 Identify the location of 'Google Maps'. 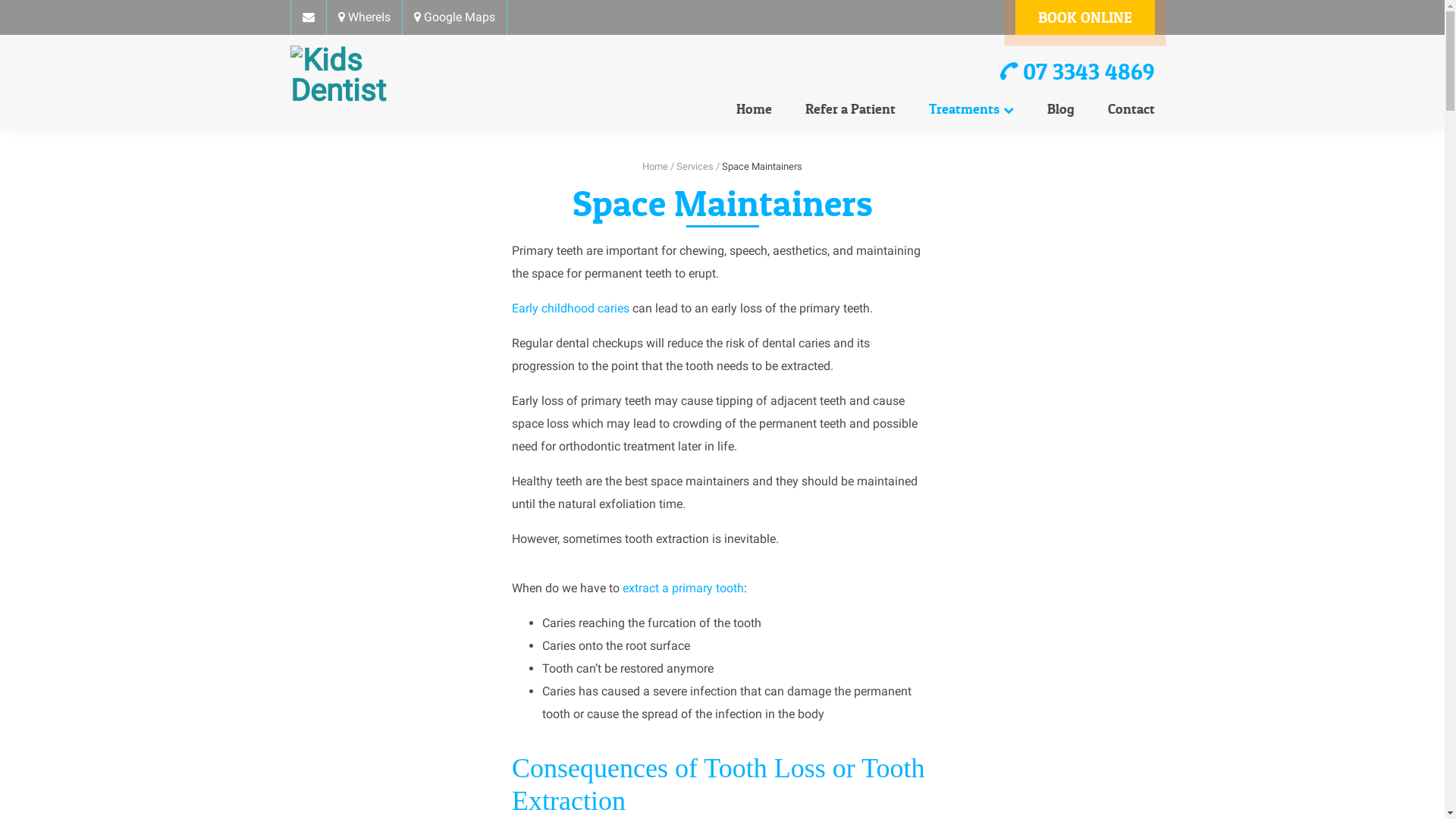
(401, 17).